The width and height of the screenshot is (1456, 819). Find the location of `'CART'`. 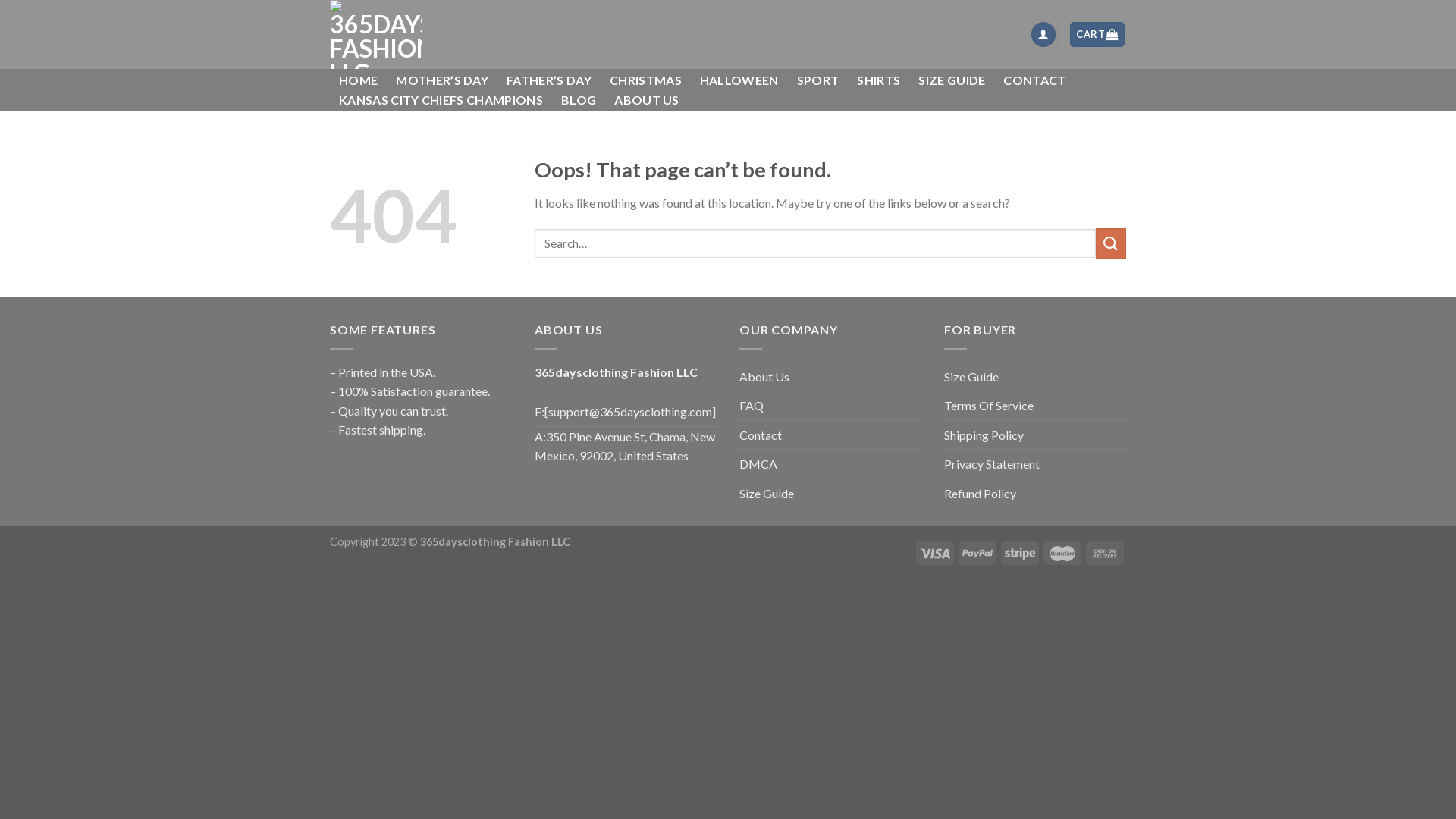

'CART' is located at coordinates (1097, 34).